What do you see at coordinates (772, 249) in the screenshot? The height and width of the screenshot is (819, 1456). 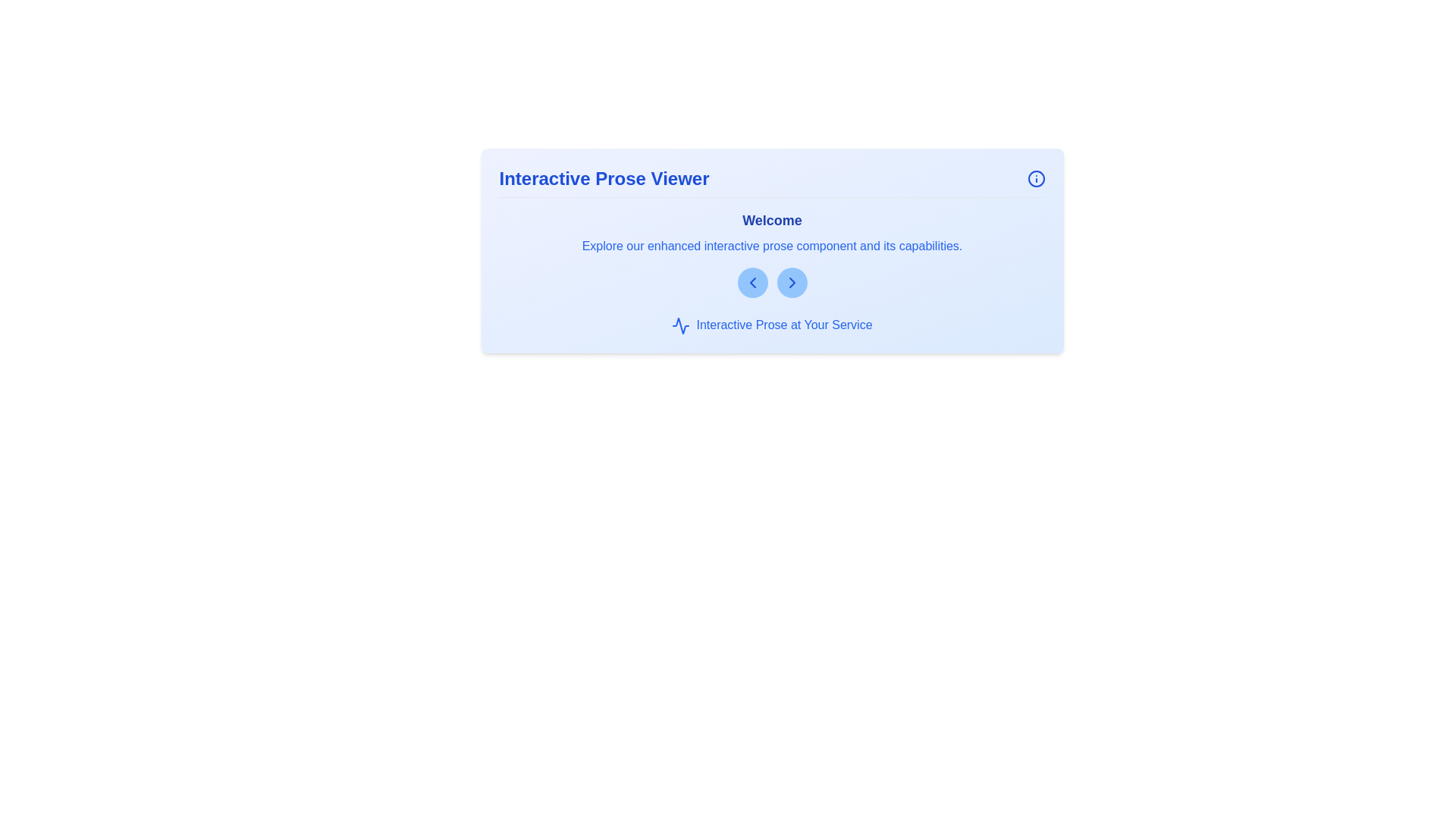 I see `informational text displayed within the Informational Widget titled 'Interactive Prose Viewer', which includes the sub-header 'Welcome' and additional descriptive text` at bounding box center [772, 249].